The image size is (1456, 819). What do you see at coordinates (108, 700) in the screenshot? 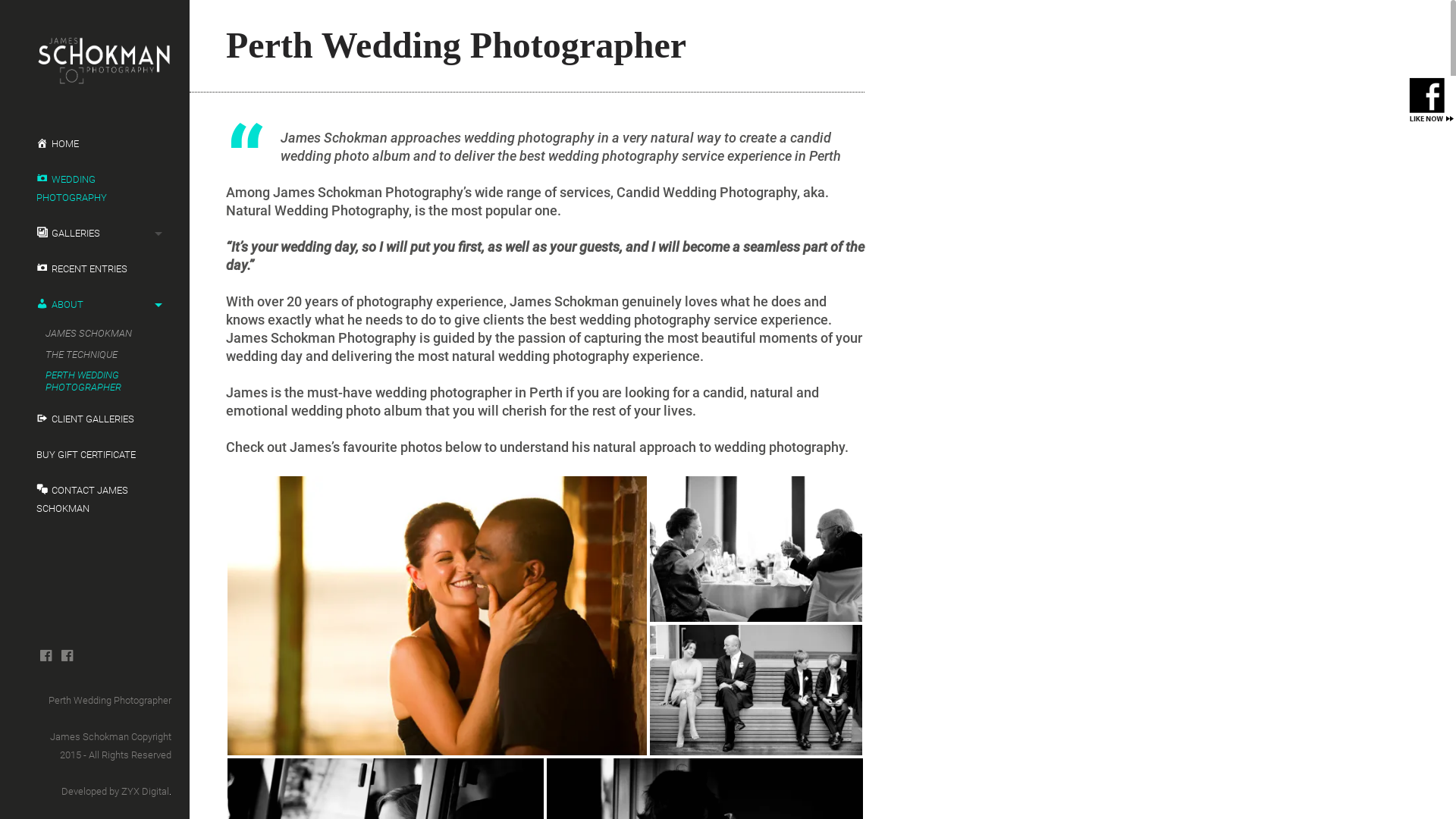
I see `'Perth Wedding Photographer'` at bounding box center [108, 700].